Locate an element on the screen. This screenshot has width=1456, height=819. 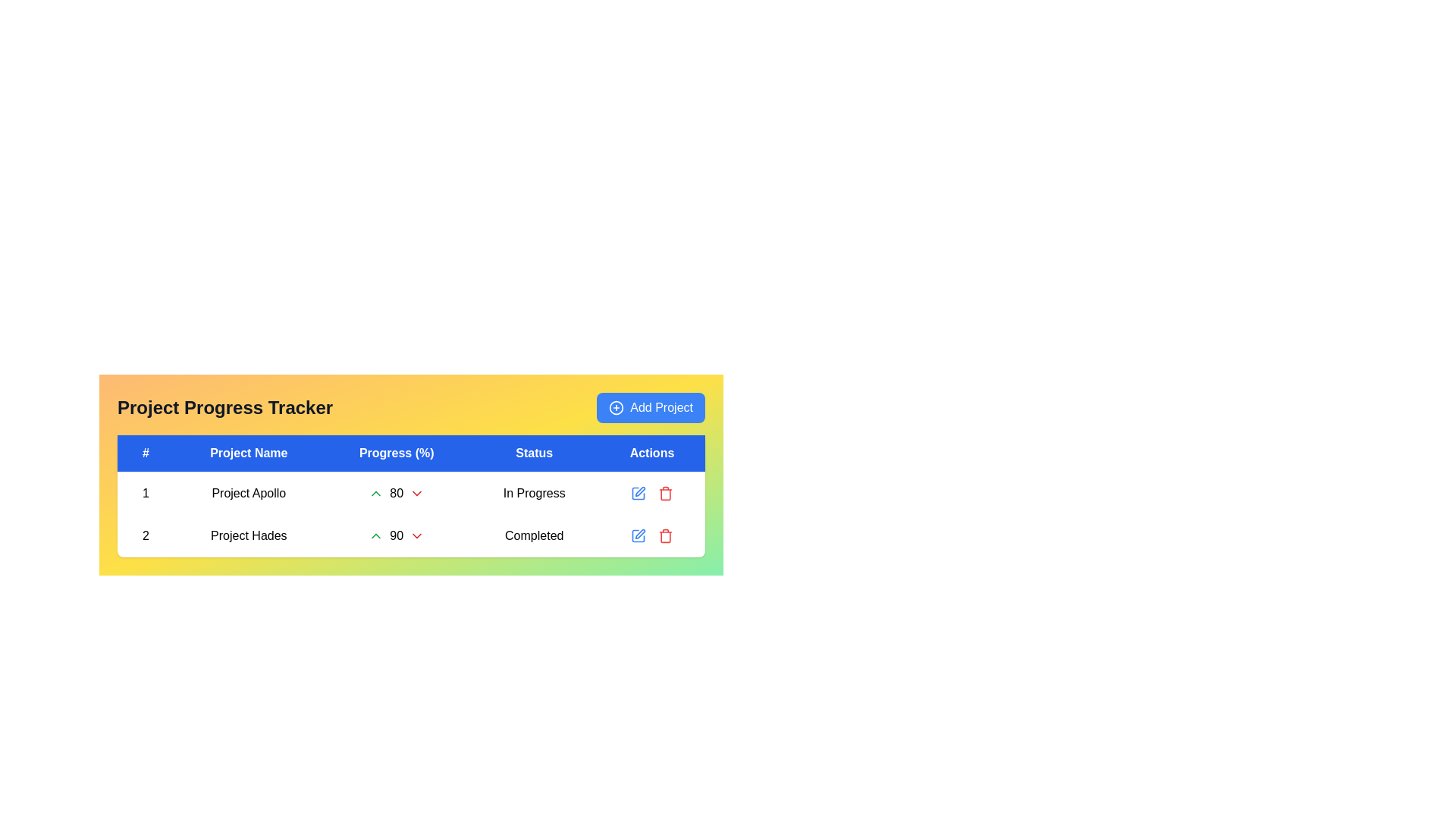
the 'Project Name' table header cell, which is the second column in the table header, located between the '#' column and the 'Progress (%)' column is located at coordinates (249, 453).